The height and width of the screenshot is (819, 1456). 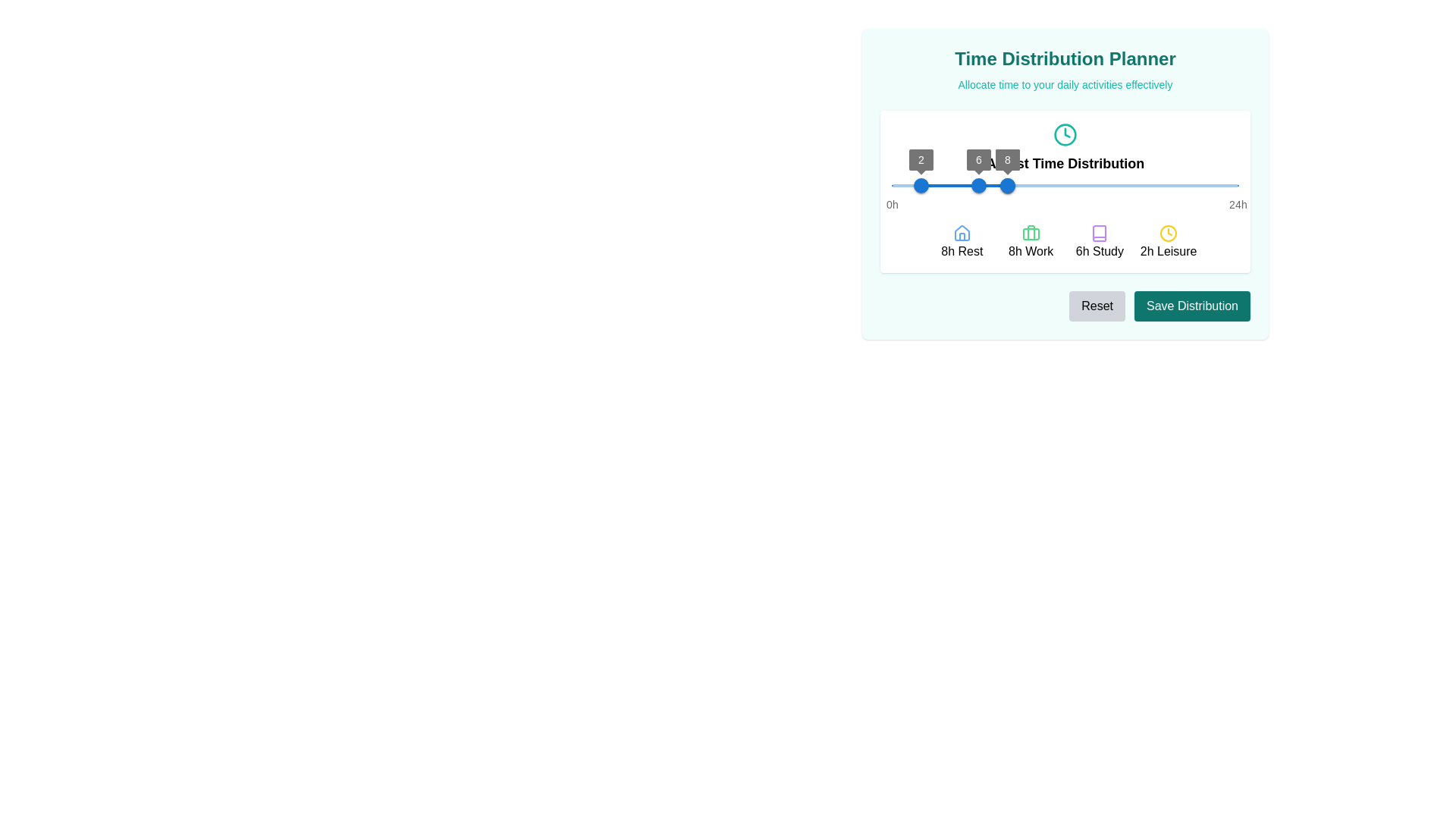 What do you see at coordinates (876, 185) in the screenshot?
I see `the slider value` at bounding box center [876, 185].